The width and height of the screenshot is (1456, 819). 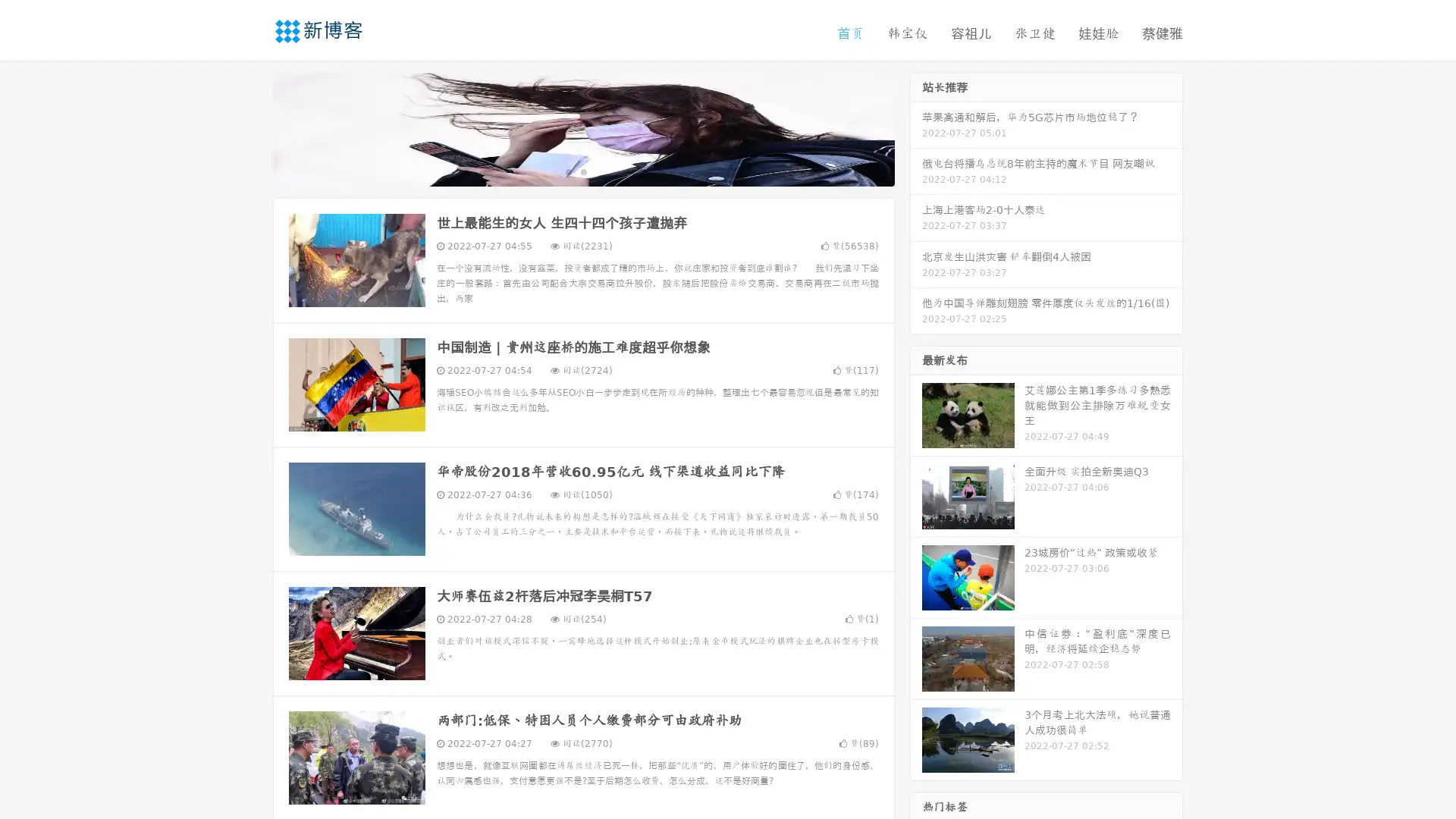 I want to click on Go to slide 1, so click(x=567, y=171).